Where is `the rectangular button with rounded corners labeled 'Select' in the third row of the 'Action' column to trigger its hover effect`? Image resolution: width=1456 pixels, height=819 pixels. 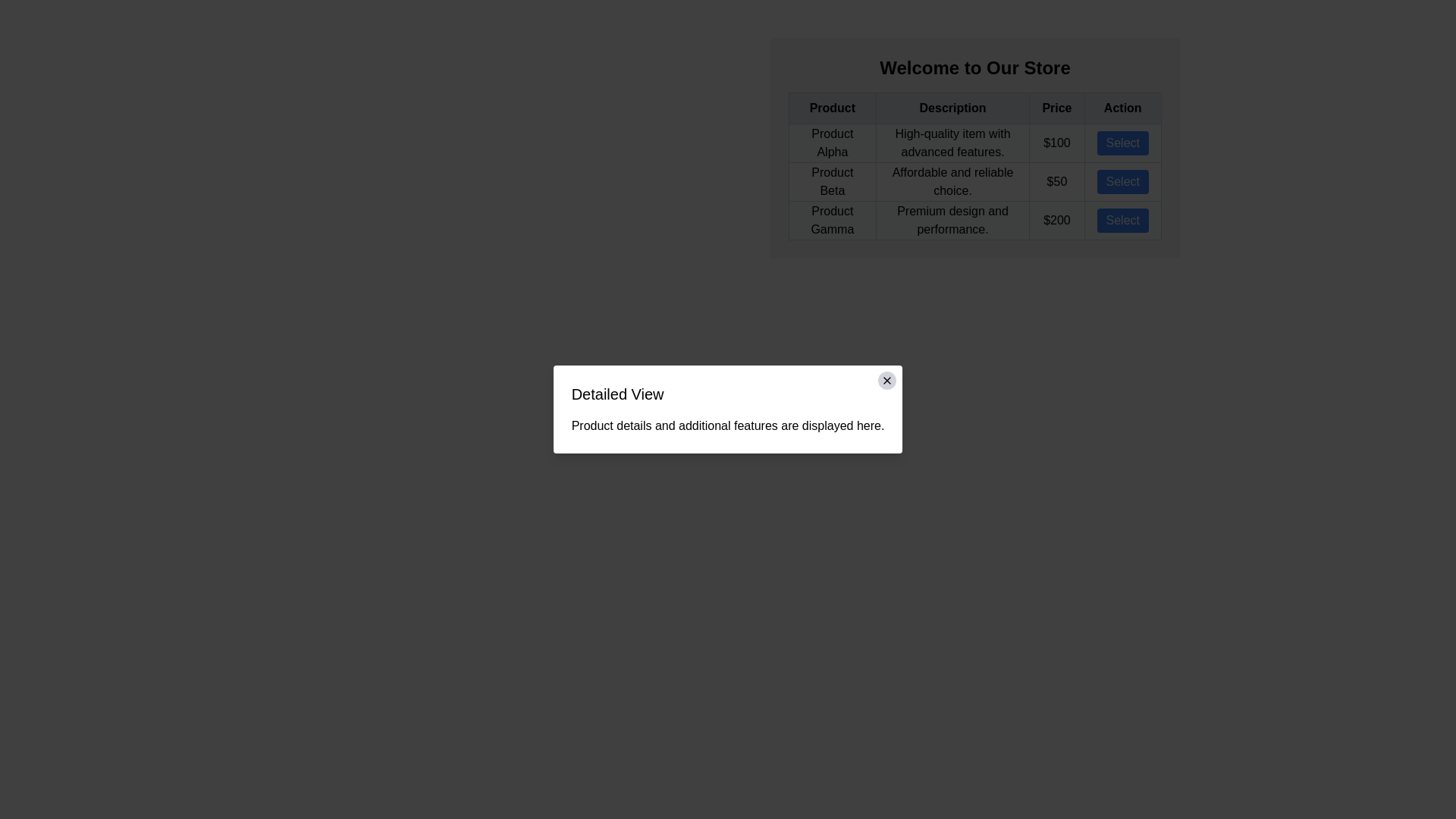 the rectangular button with rounded corners labeled 'Select' in the third row of the 'Action' column to trigger its hover effect is located at coordinates (1122, 220).